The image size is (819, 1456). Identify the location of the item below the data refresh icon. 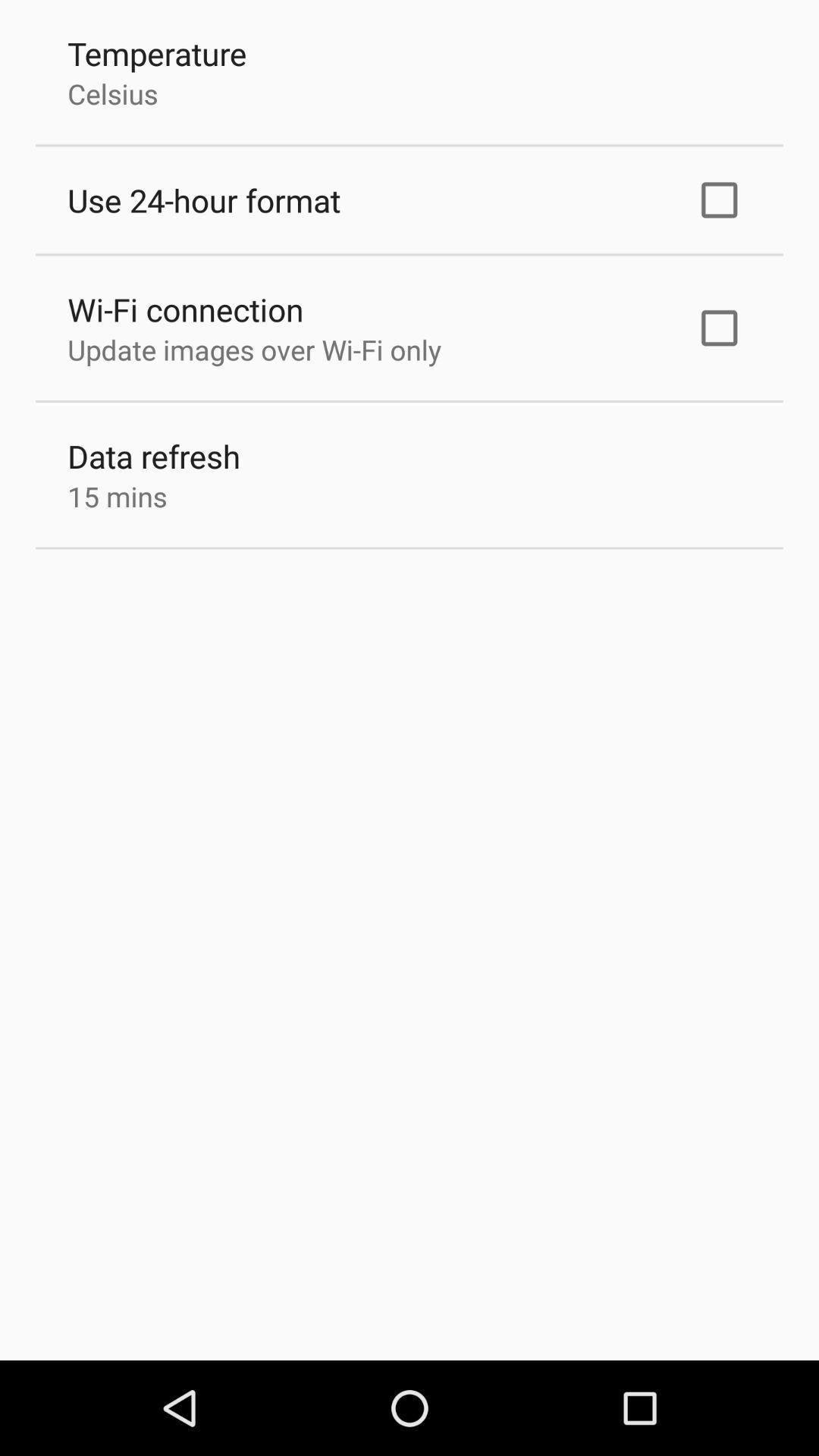
(116, 496).